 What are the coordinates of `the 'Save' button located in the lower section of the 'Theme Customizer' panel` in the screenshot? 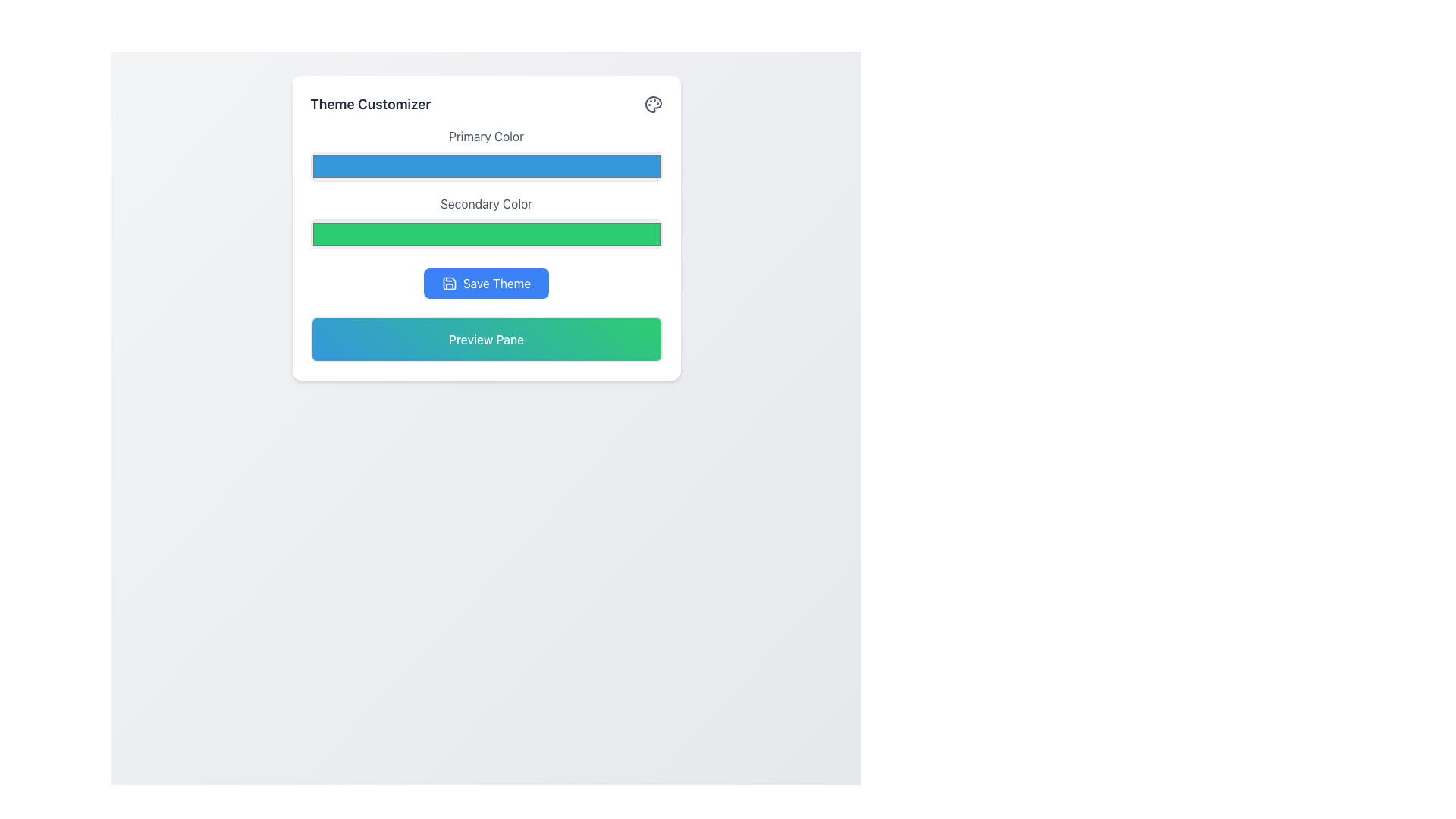 It's located at (486, 284).